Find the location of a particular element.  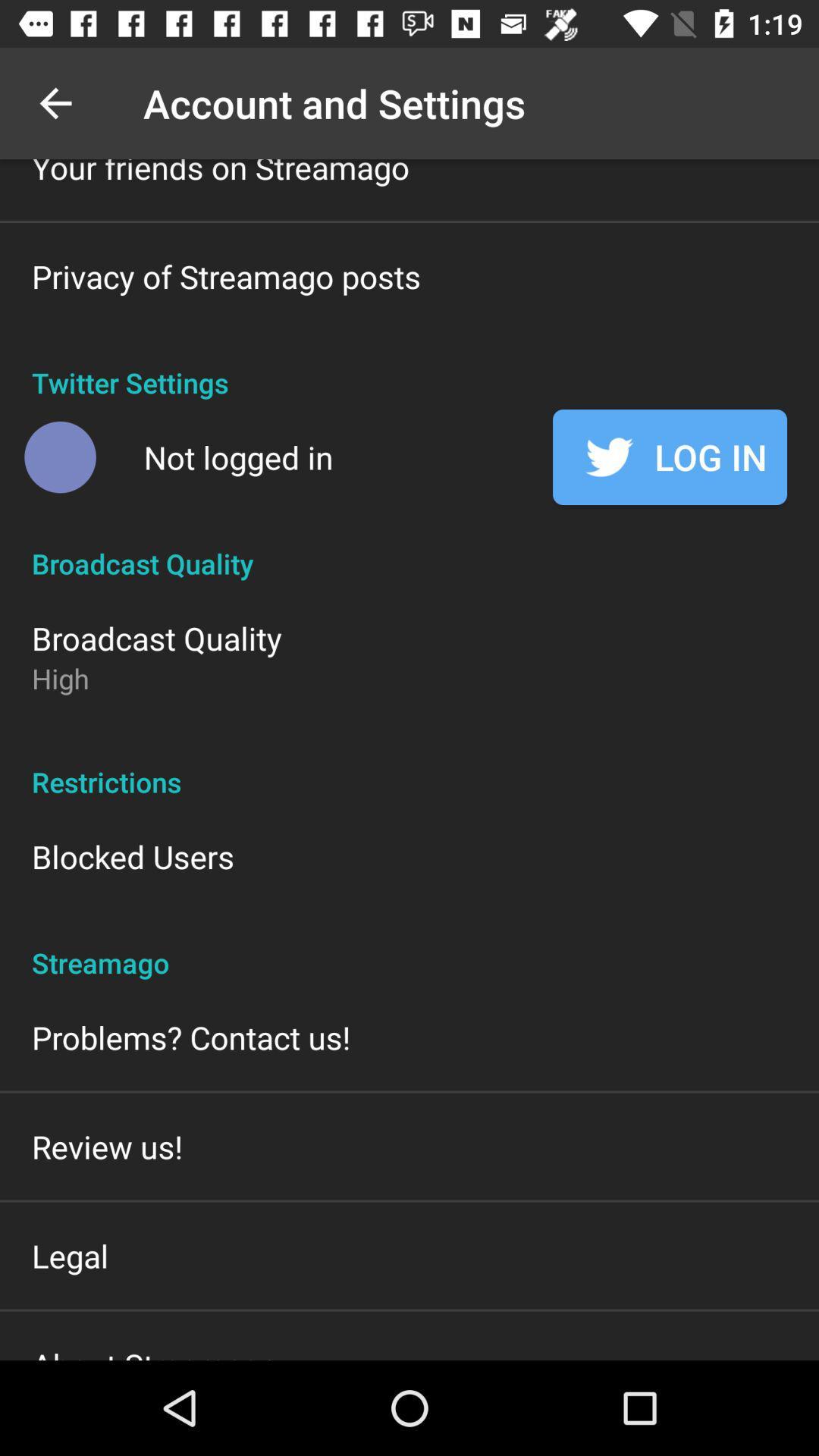

the your friends on icon is located at coordinates (220, 174).